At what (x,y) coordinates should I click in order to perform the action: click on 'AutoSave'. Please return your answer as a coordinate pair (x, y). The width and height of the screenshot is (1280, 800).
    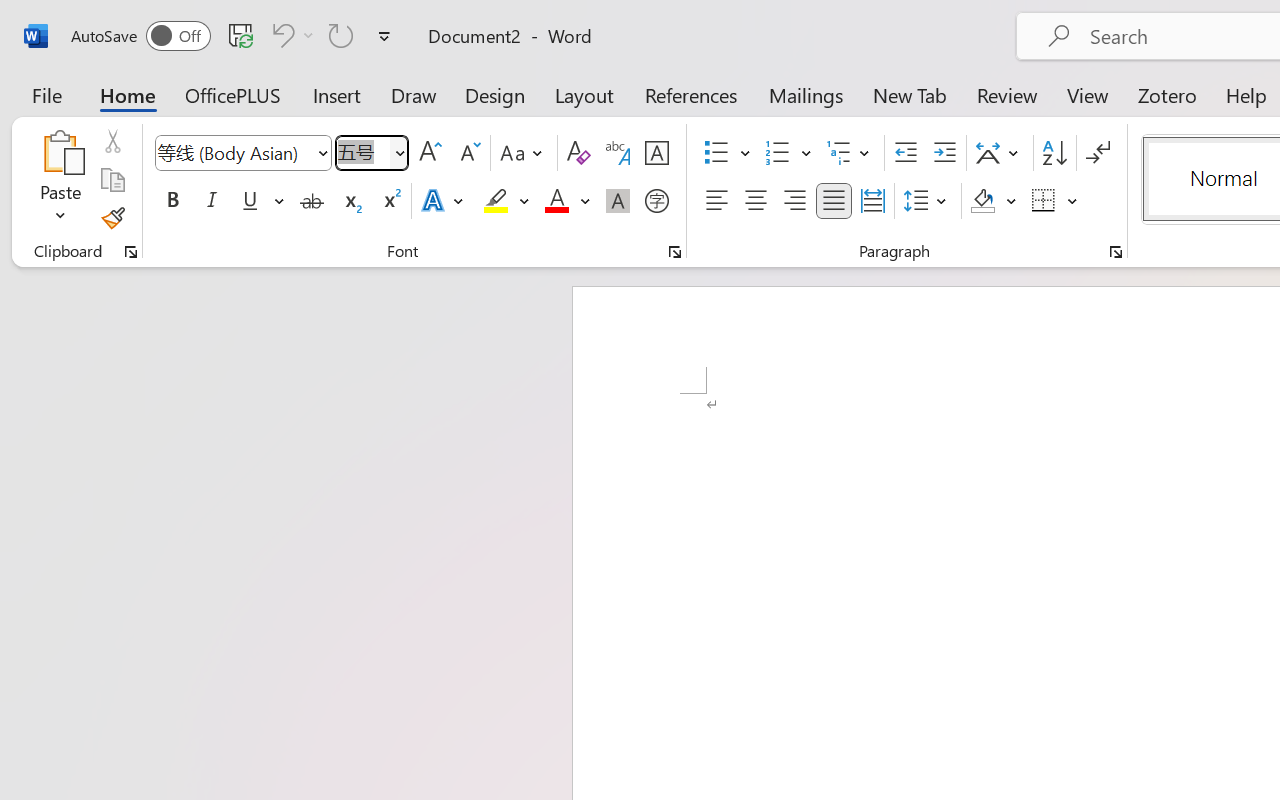
    Looking at the image, I should click on (139, 35).